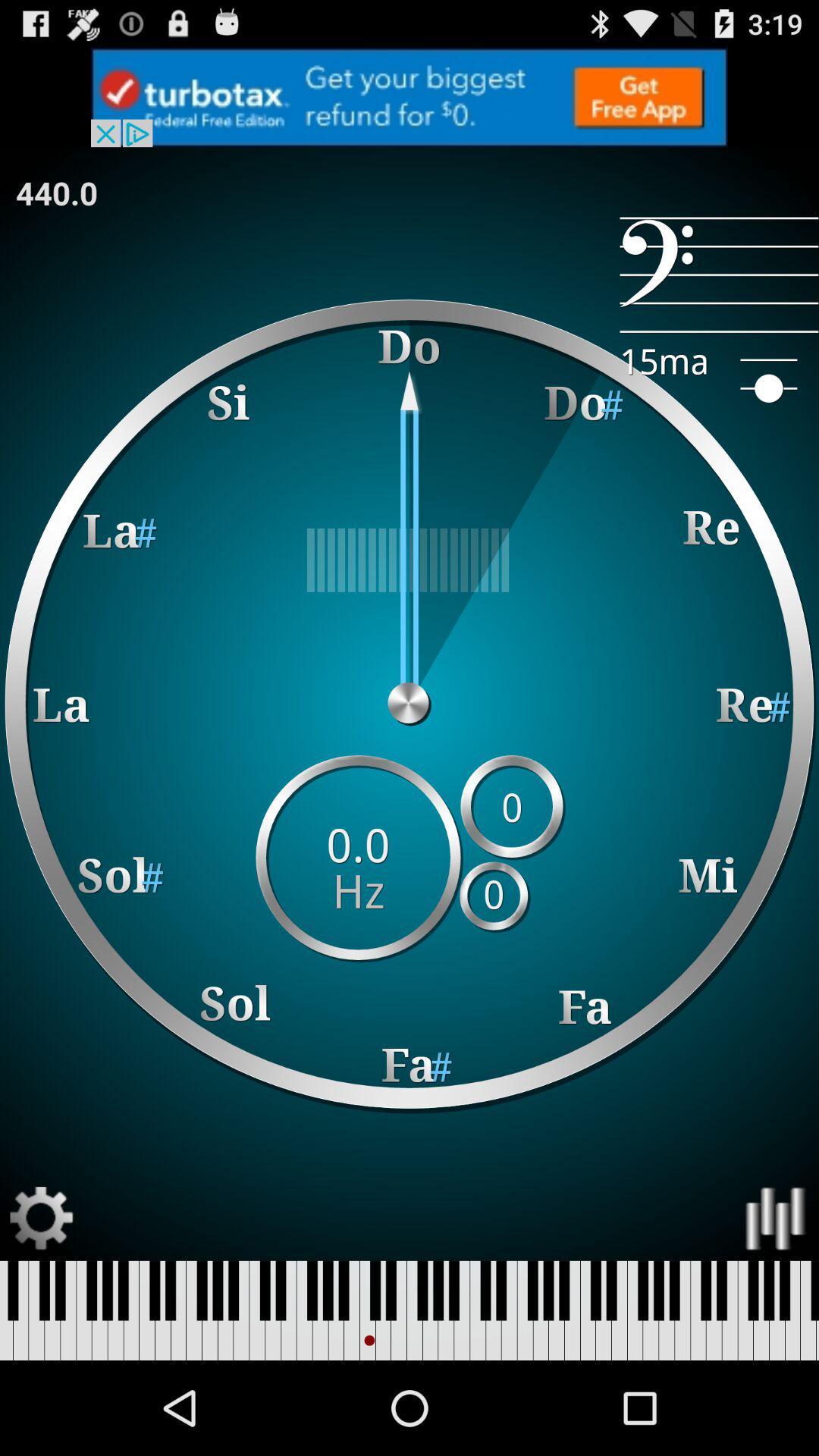 The image size is (819, 1456). Describe the element at coordinates (41, 1304) in the screenshot. I see `the settings icon` at that location.